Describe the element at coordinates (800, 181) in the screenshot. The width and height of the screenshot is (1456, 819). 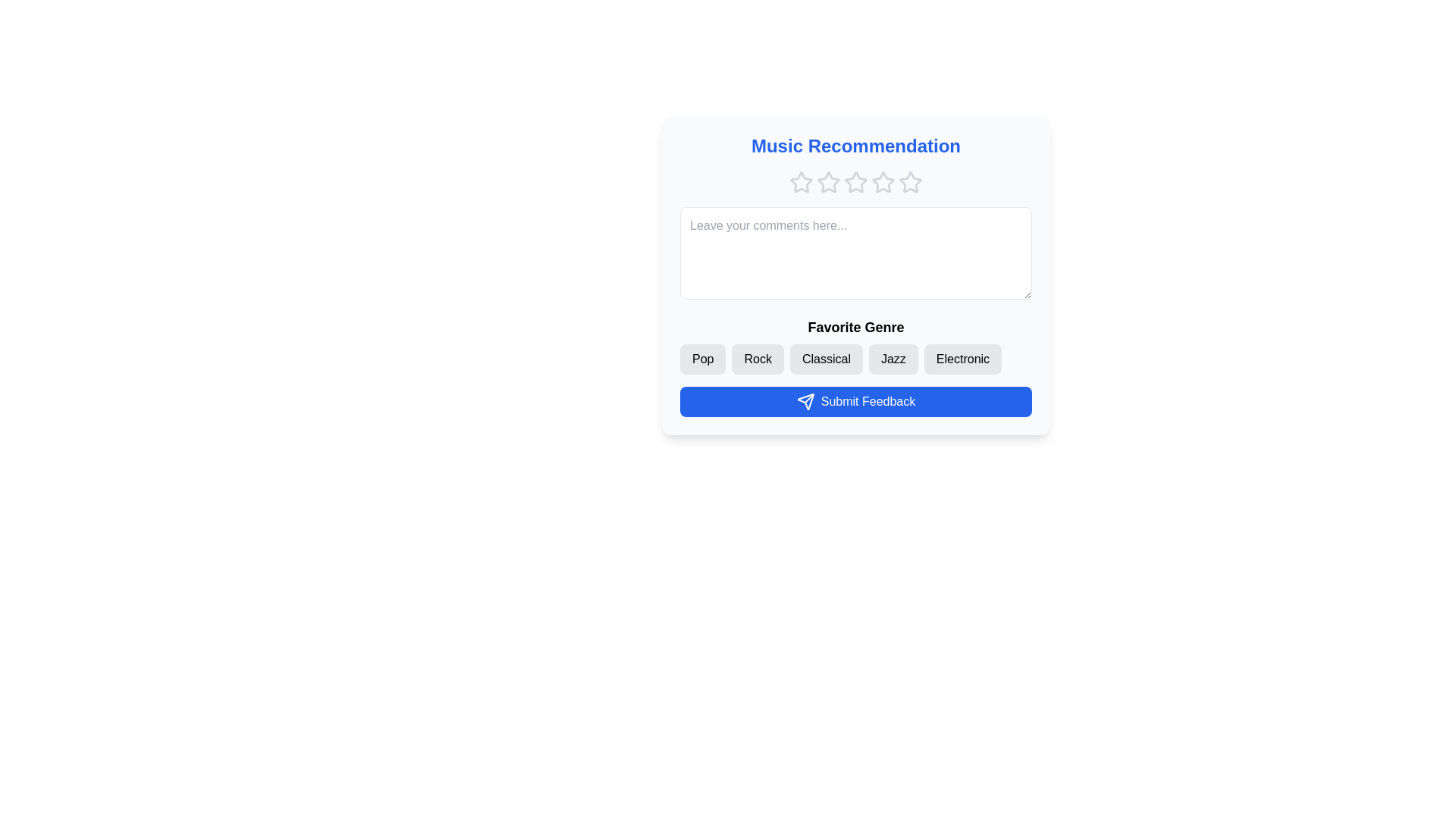
I see `the second star icon in the rating sequence located below 'Music Recommendation'` at that location.